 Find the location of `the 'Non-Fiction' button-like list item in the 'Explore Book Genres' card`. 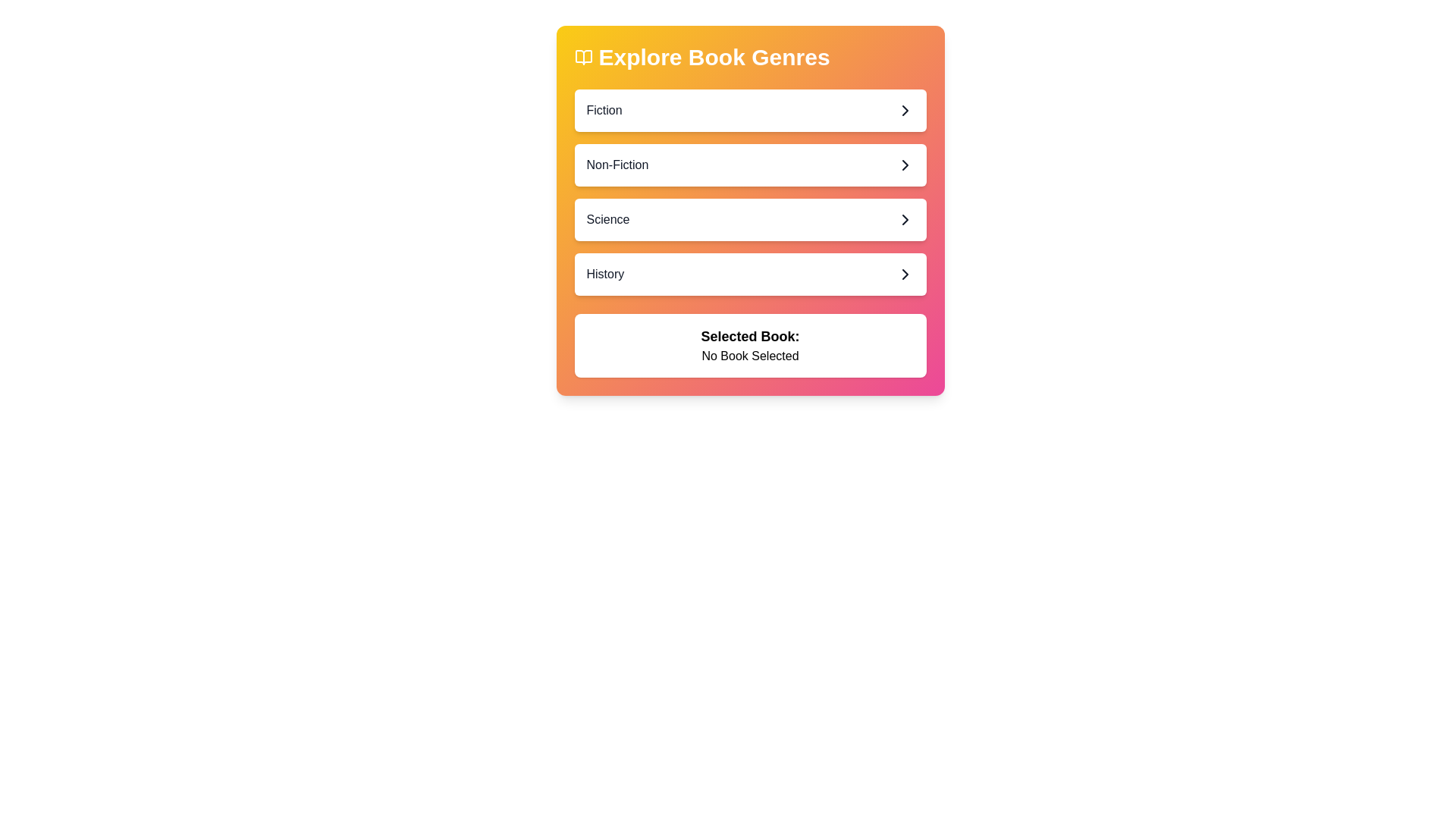

the 'Non-Fiction' button-like list item in the 'Explore Book Genres' card is located at coordinates (750, 165).